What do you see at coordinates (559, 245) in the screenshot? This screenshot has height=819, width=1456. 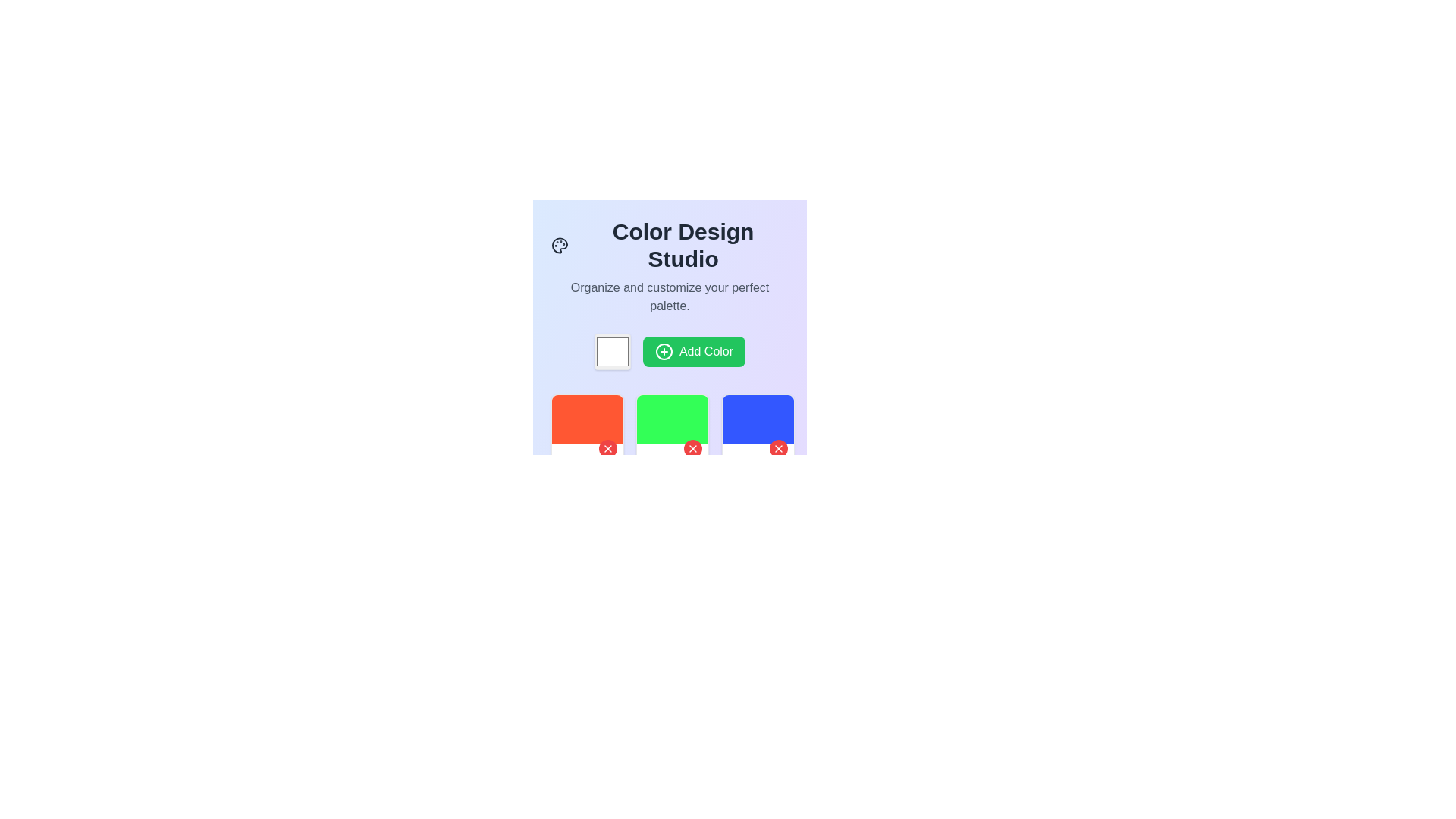 I see `the compact palette icon located to the left of the 'Color Design Studio' title to interact with its associated functionality` at bounding box center [559, 245].